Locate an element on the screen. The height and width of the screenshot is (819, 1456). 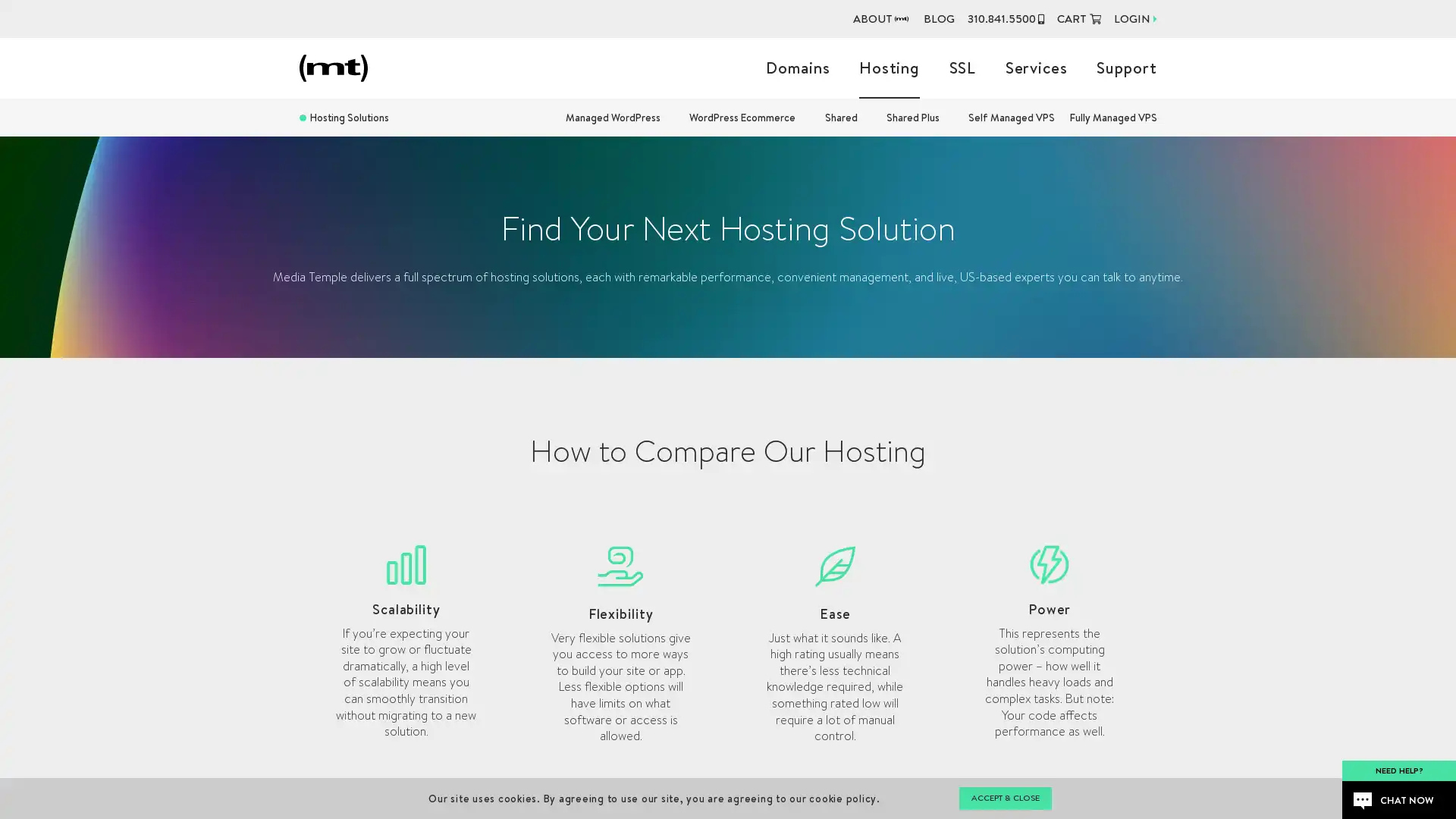
ACCEPT & CLOSE is located at coordinates (1004, 798).